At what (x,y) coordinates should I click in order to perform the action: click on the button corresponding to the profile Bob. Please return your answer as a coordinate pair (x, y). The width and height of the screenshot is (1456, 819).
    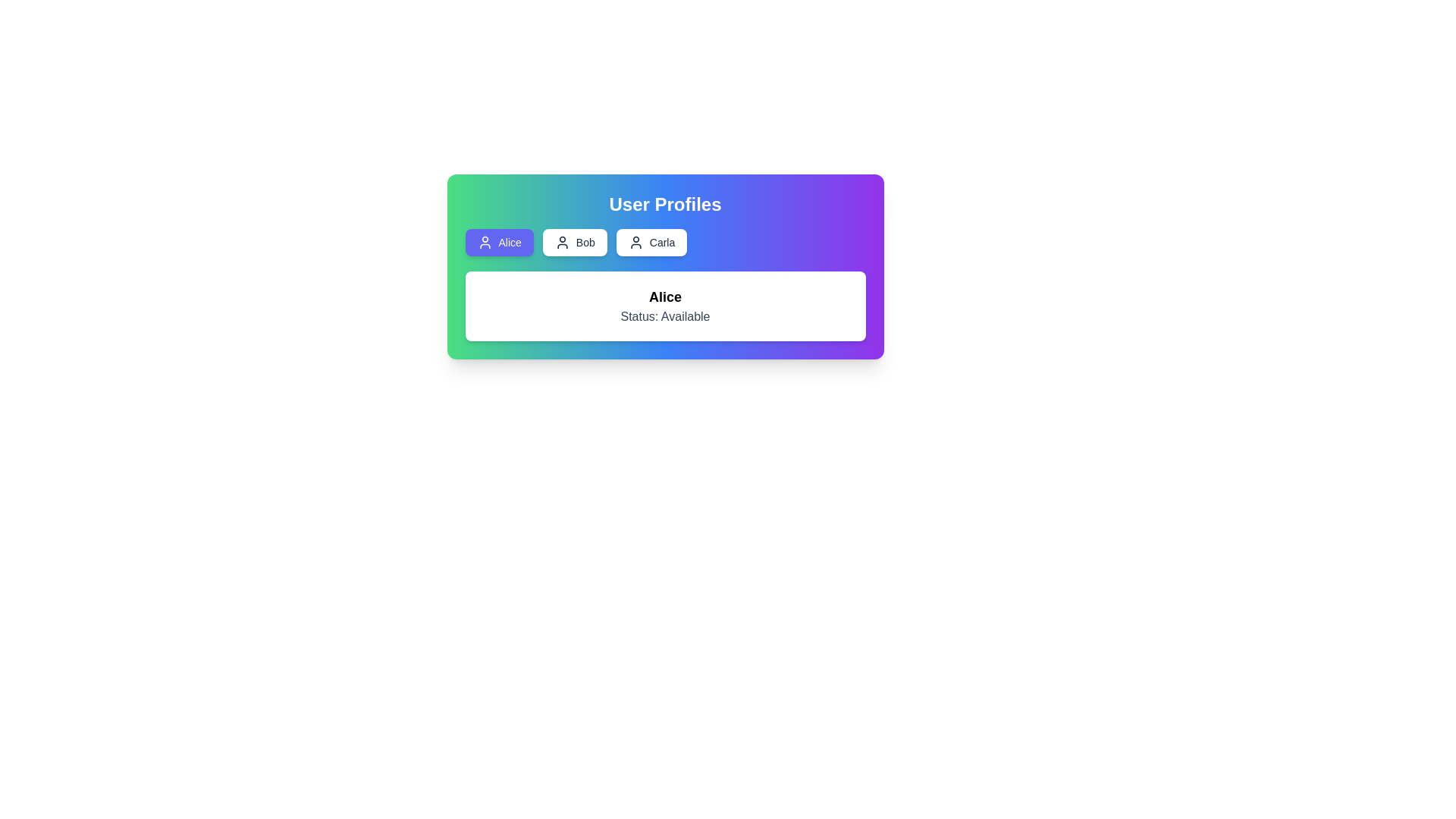
    Looking at the image, I should click on (574, 242).